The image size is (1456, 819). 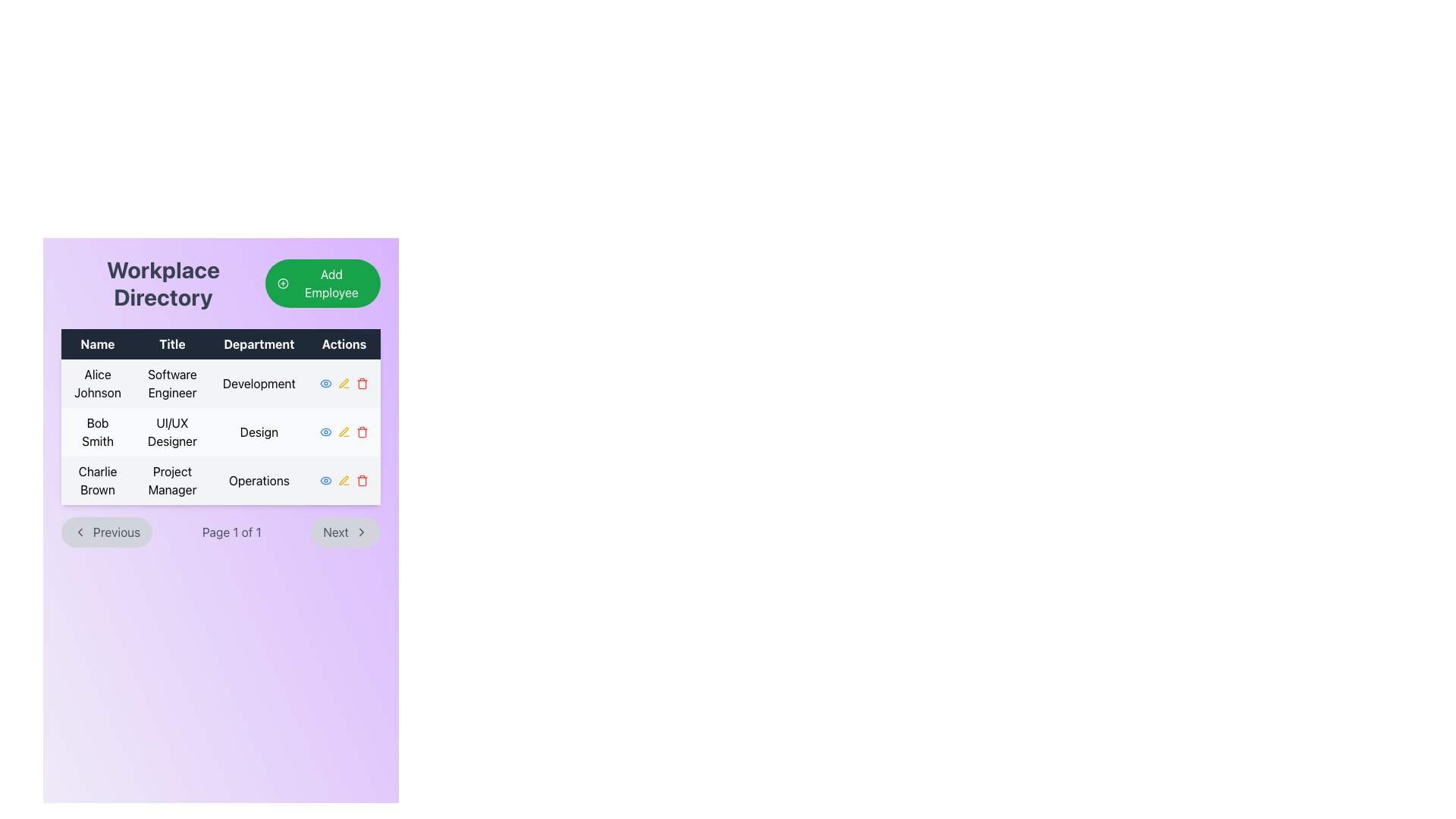 I want to click on the table header item labeled 'Department', which is the third heading in a row between 'Title' and 'Actions', displayed in bold white text within a dark header bar, so click(x=259, y=344).